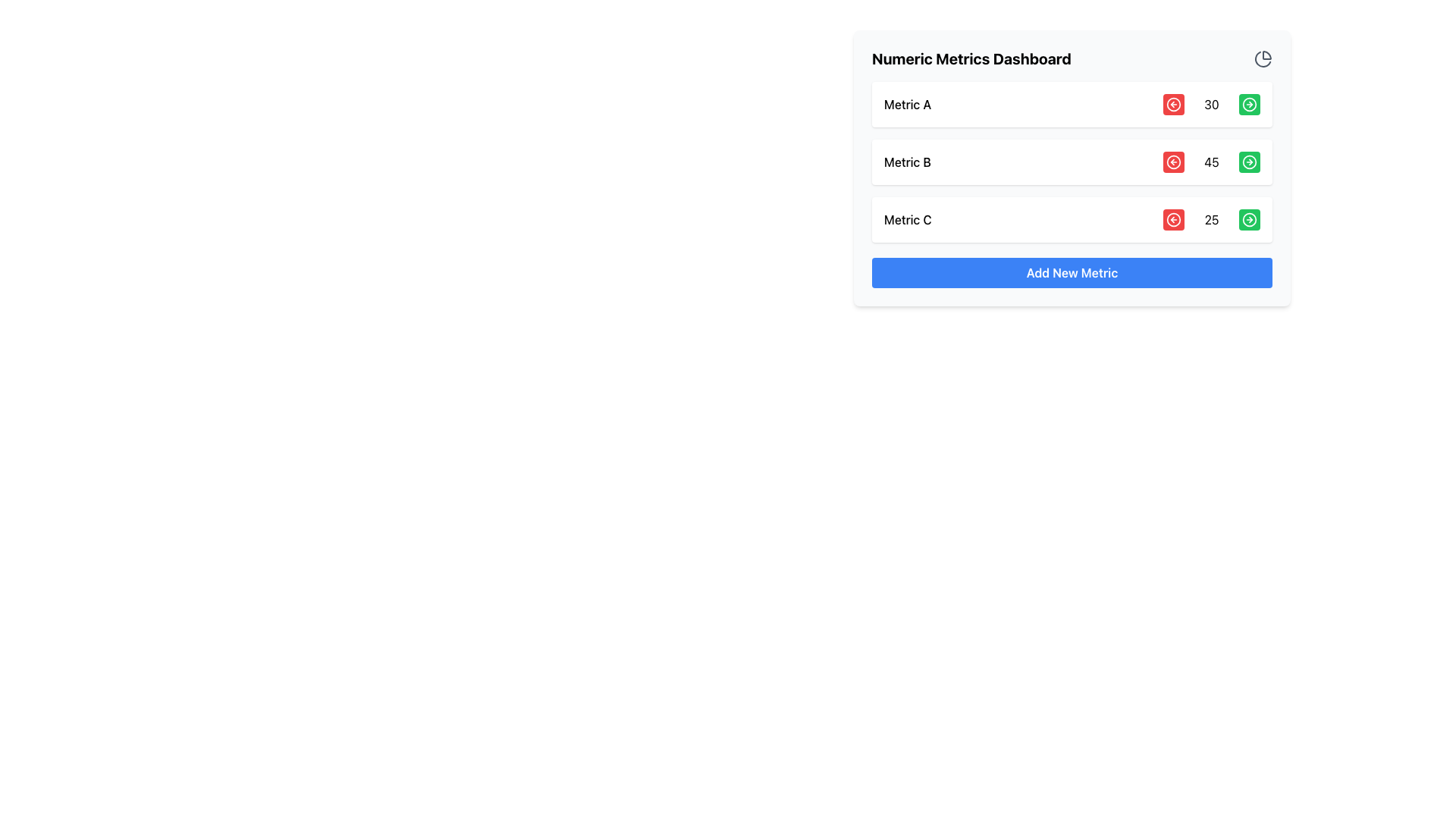 Image resolution: width=1456 pixels, height=819 pixels. What do you see at coordinates (1249, 104) in the screenshot?
I see `the green circular icon with a white border and a right-pointing arrow, located in the 'Numeric Metrics Dashboard' section` at bounding box center [1249, 104].